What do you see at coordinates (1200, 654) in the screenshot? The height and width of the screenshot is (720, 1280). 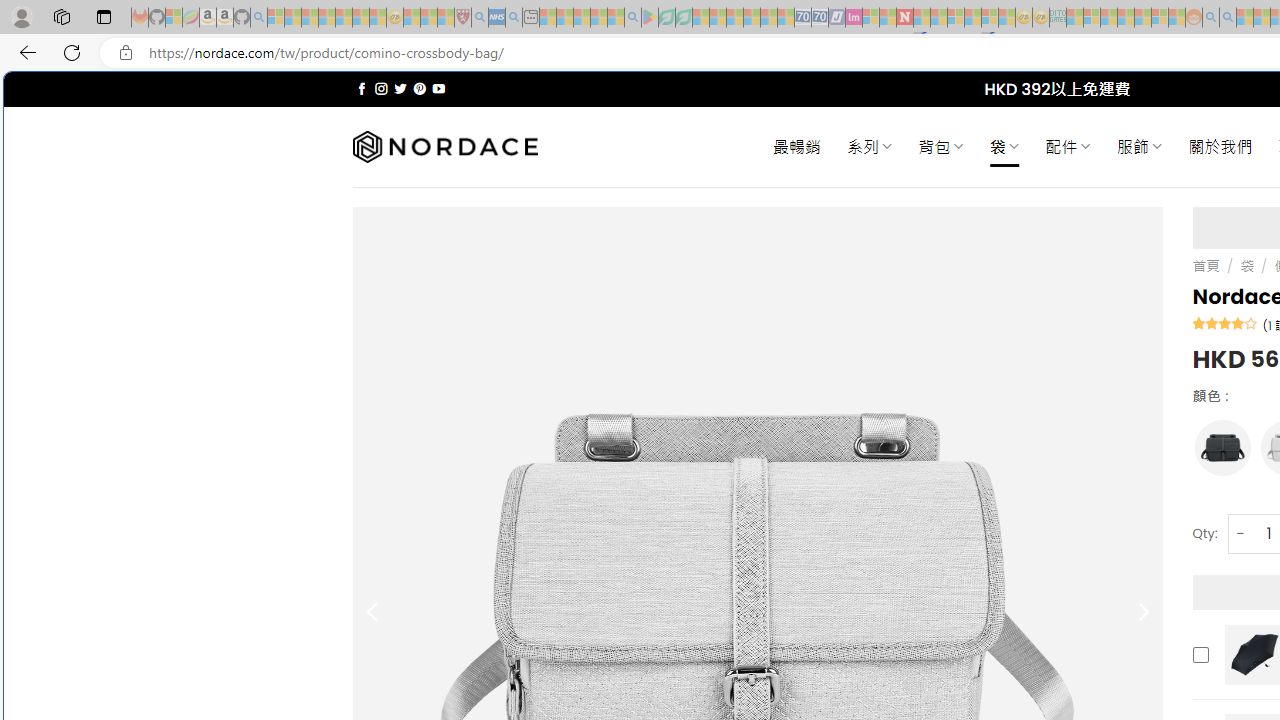 I see `'Add this product to cart'` at bounding box center [1200, 654].